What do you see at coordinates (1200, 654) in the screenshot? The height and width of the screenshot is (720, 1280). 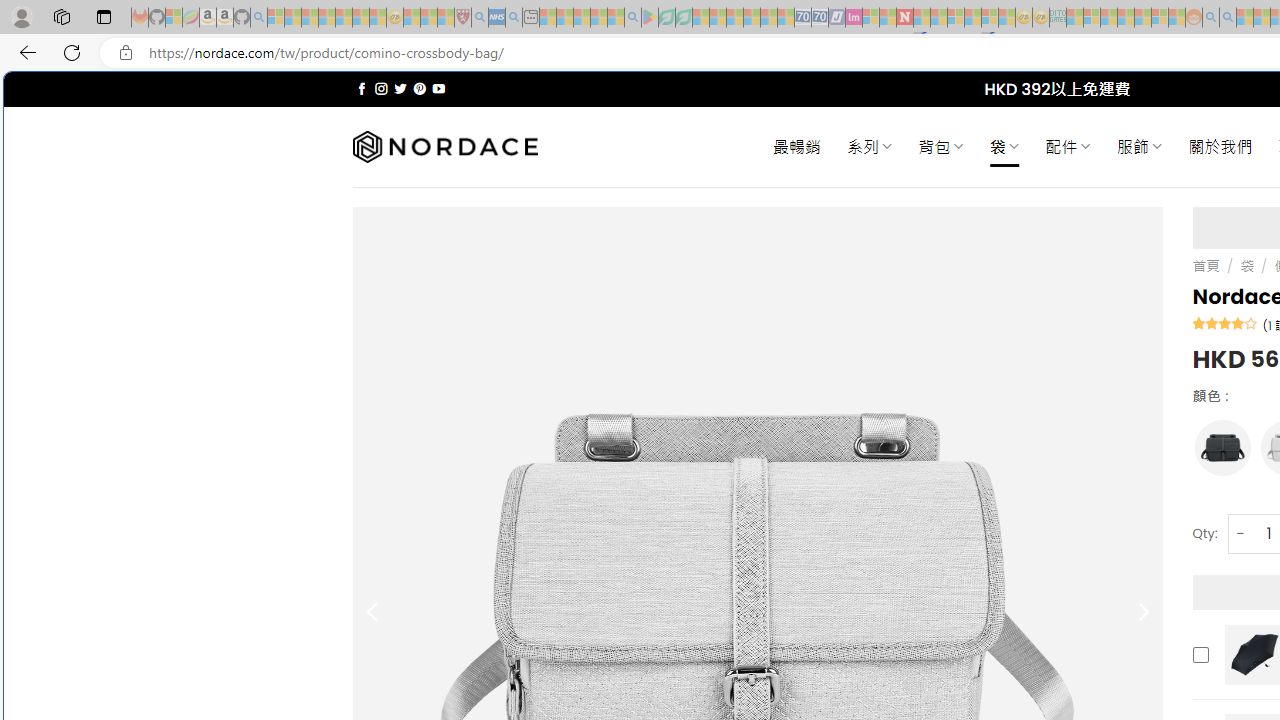 I see `'Add this product to cart'` at bounding box center [1200, 654].